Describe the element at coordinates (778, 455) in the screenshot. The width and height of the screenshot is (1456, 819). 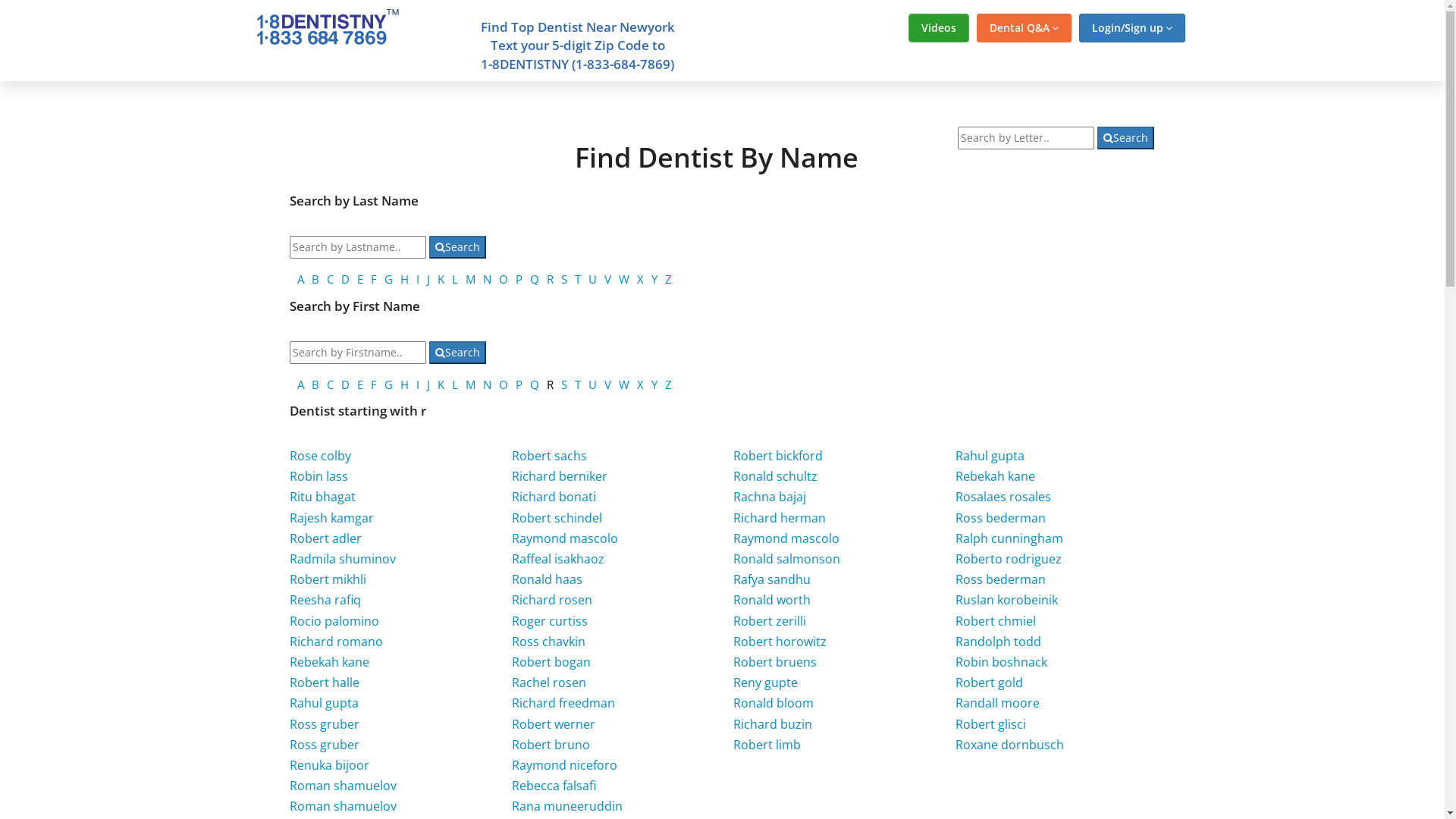
I see `'Robert bickford'` at that location.